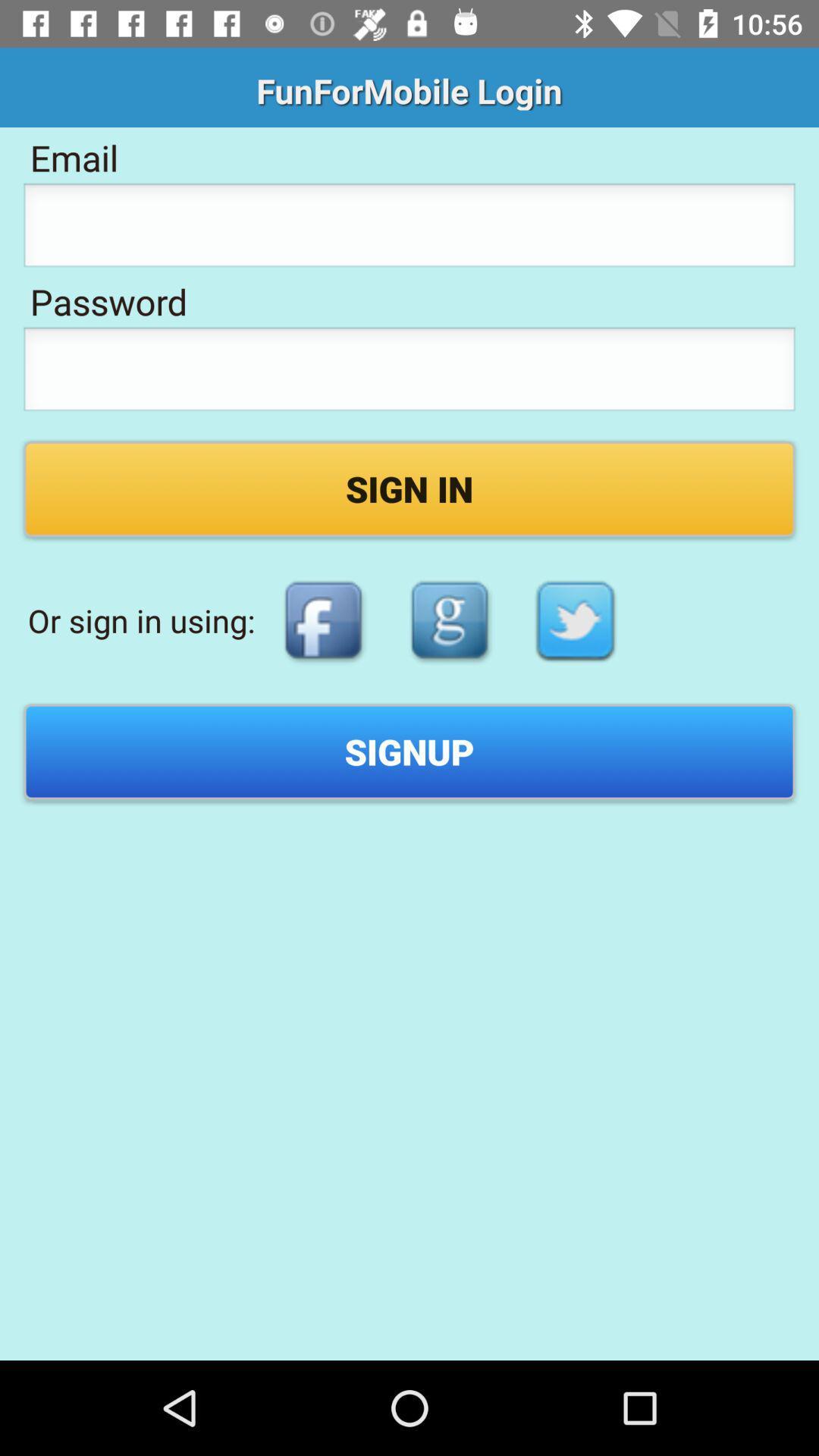 The image size is (819, 1456). Describe the element at coordinates (576, 620) in the screenshot. I see `icon on the right` at that location.